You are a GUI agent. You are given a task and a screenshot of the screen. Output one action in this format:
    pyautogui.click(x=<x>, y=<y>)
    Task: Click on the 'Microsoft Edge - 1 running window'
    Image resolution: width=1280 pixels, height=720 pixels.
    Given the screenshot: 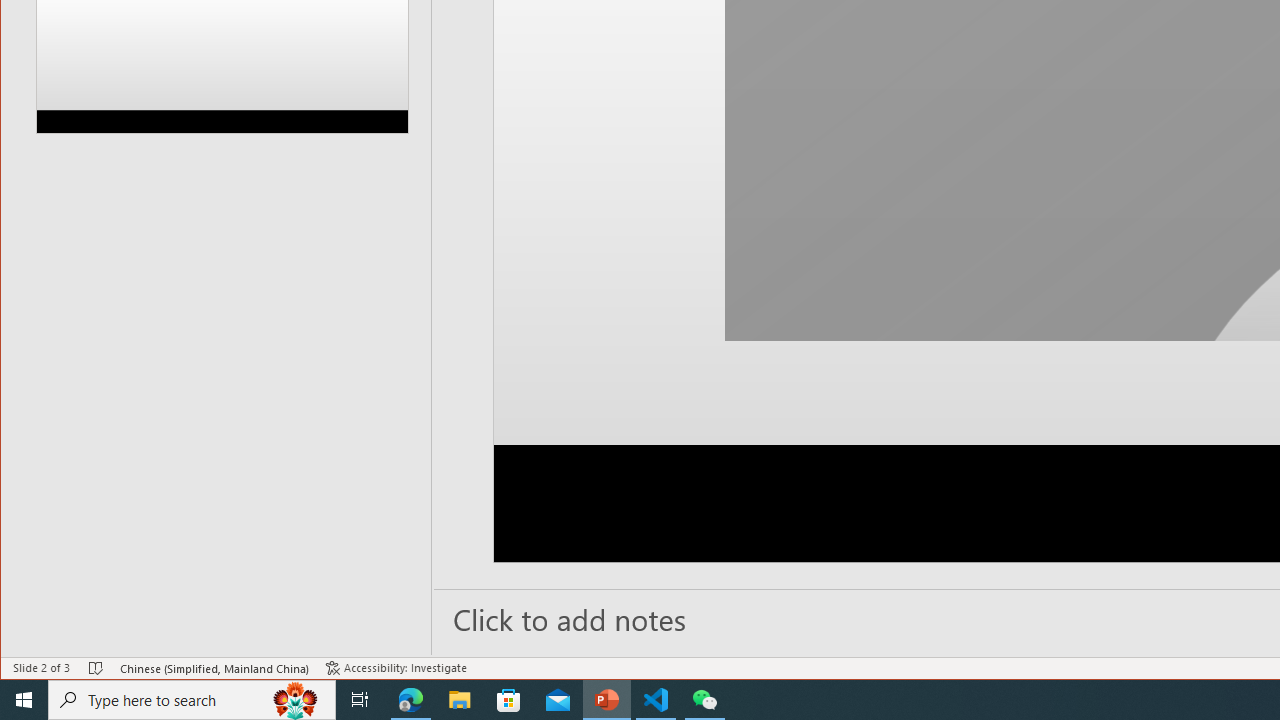 What is the action you would take?
    pyautogui.click(x=410, y=698)
    